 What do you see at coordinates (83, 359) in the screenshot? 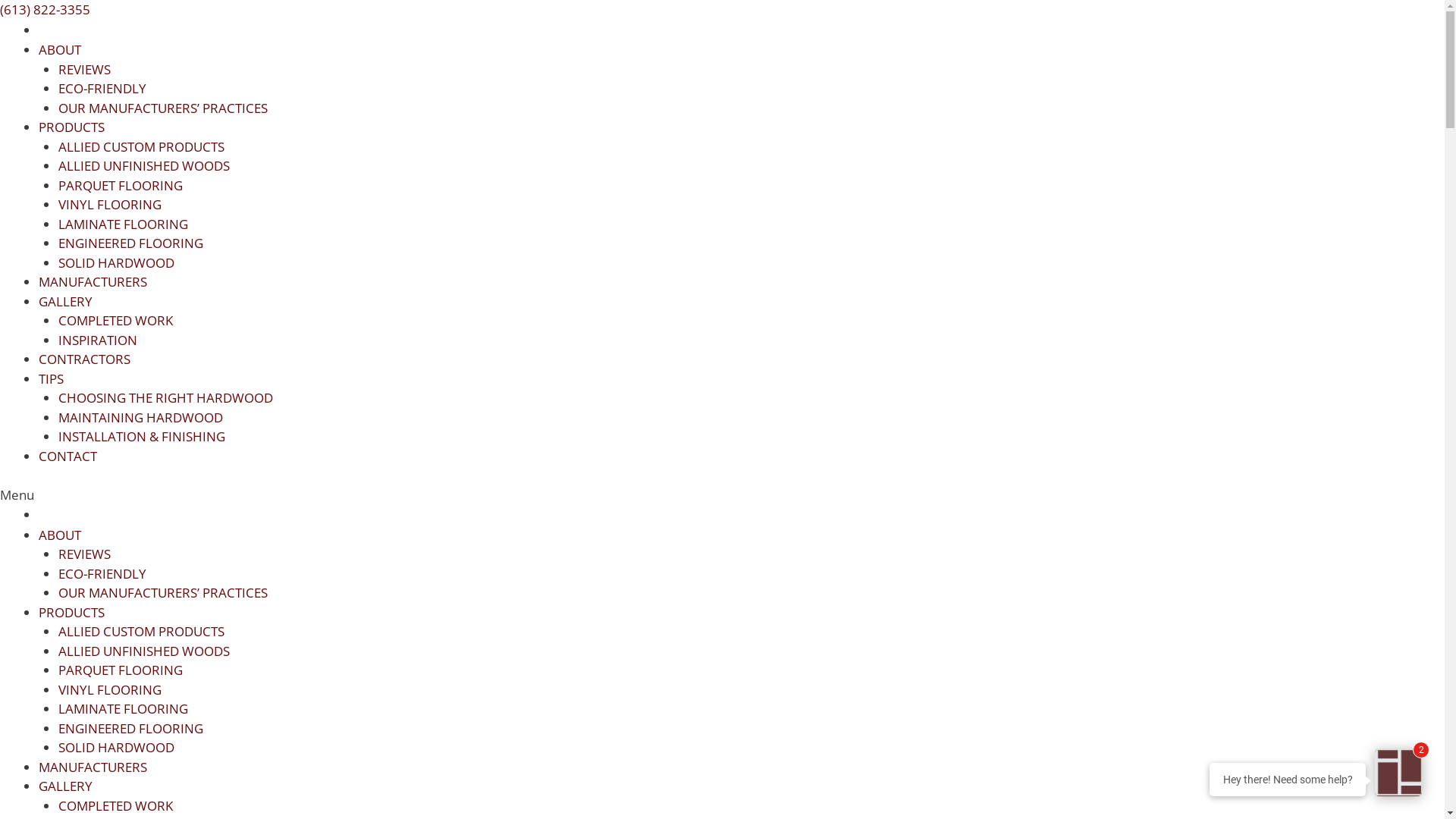
I see `'CONTRACTORS'` at bounding box center [83, 359].